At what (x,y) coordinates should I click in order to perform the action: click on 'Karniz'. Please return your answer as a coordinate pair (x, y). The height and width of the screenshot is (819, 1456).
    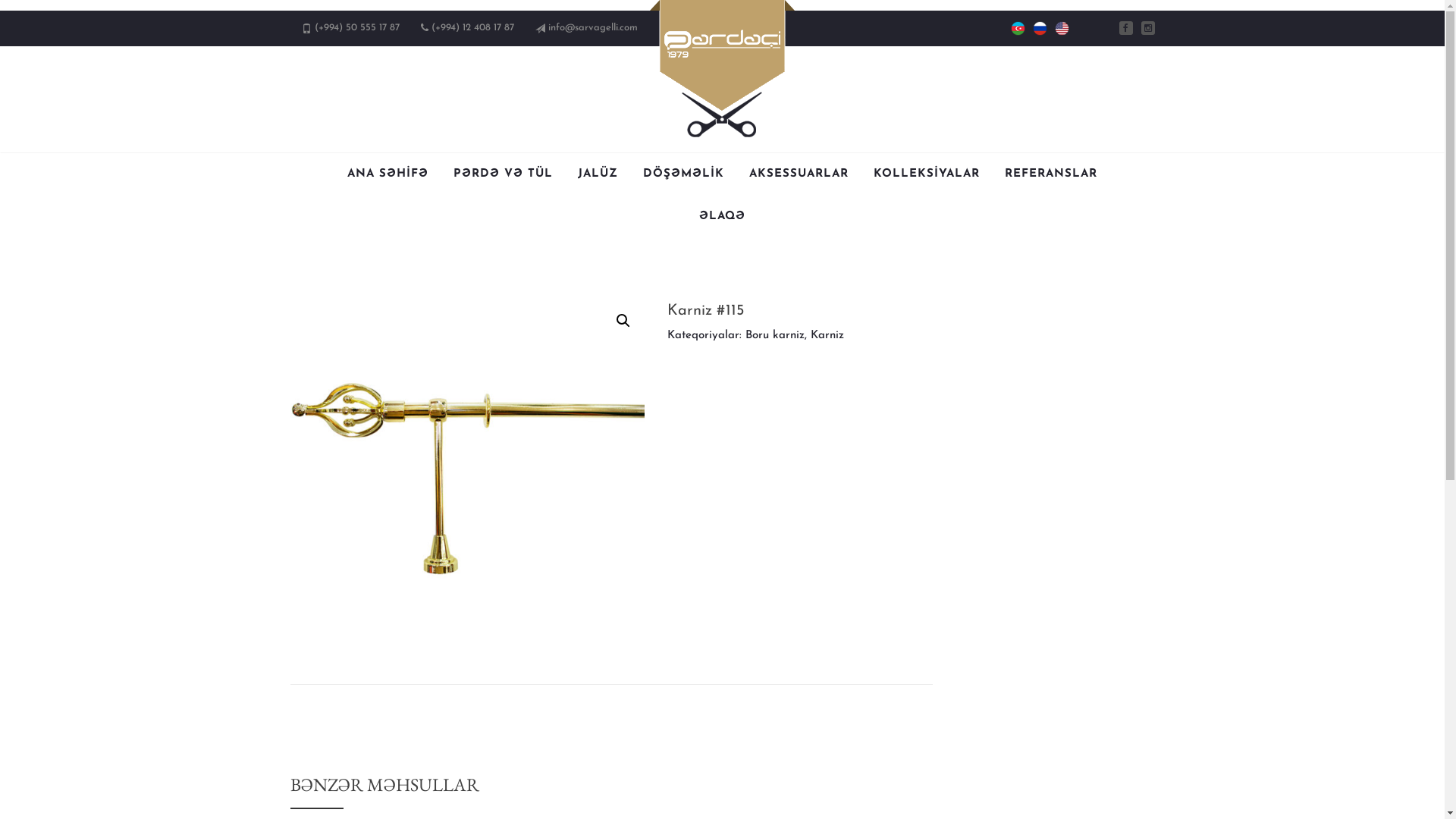
    Looking at the image, I should click on (810, 334).